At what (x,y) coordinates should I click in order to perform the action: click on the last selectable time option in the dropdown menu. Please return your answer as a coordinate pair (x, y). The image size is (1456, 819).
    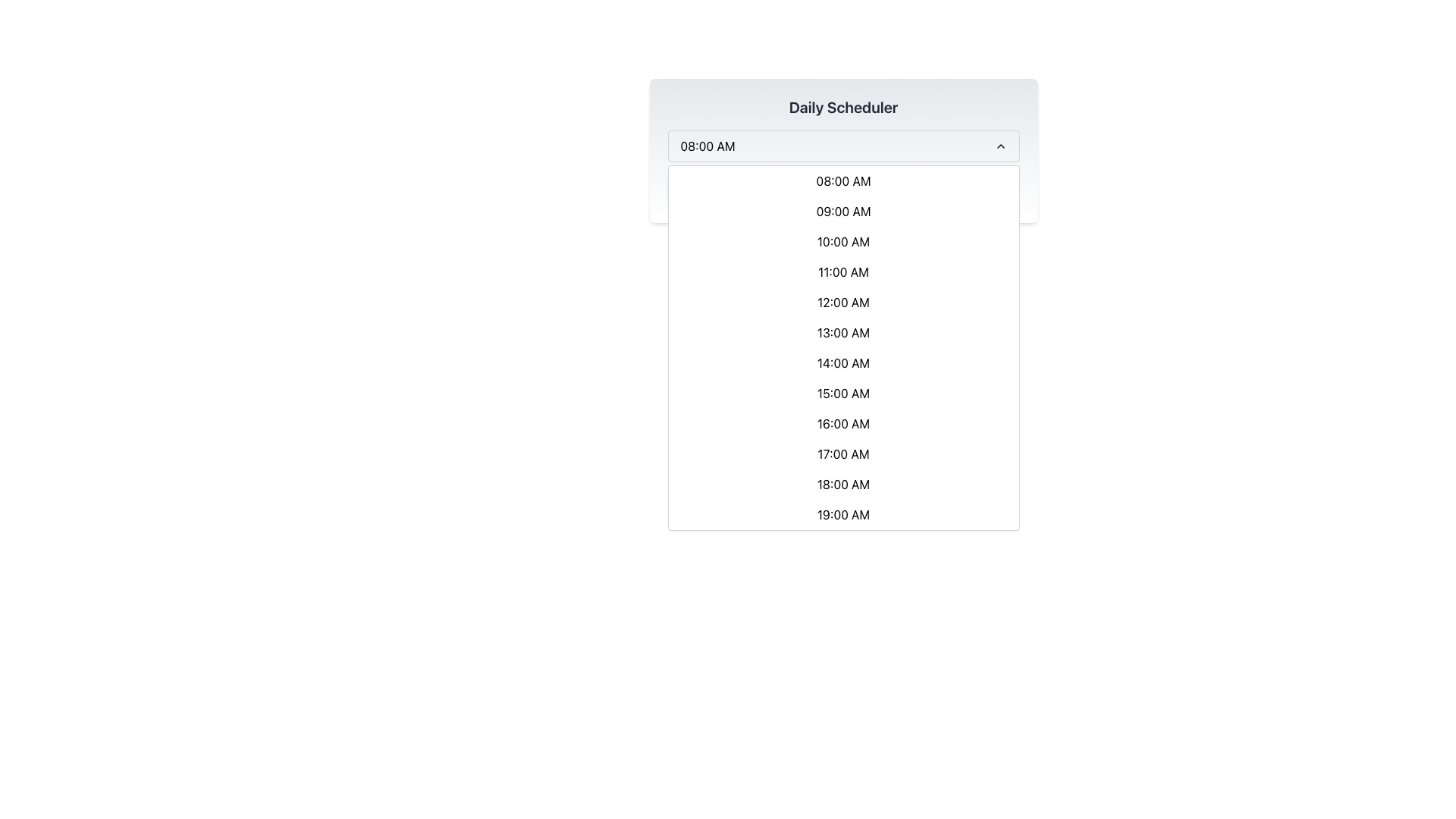
    Looking at the image, I should click on (843, 513).